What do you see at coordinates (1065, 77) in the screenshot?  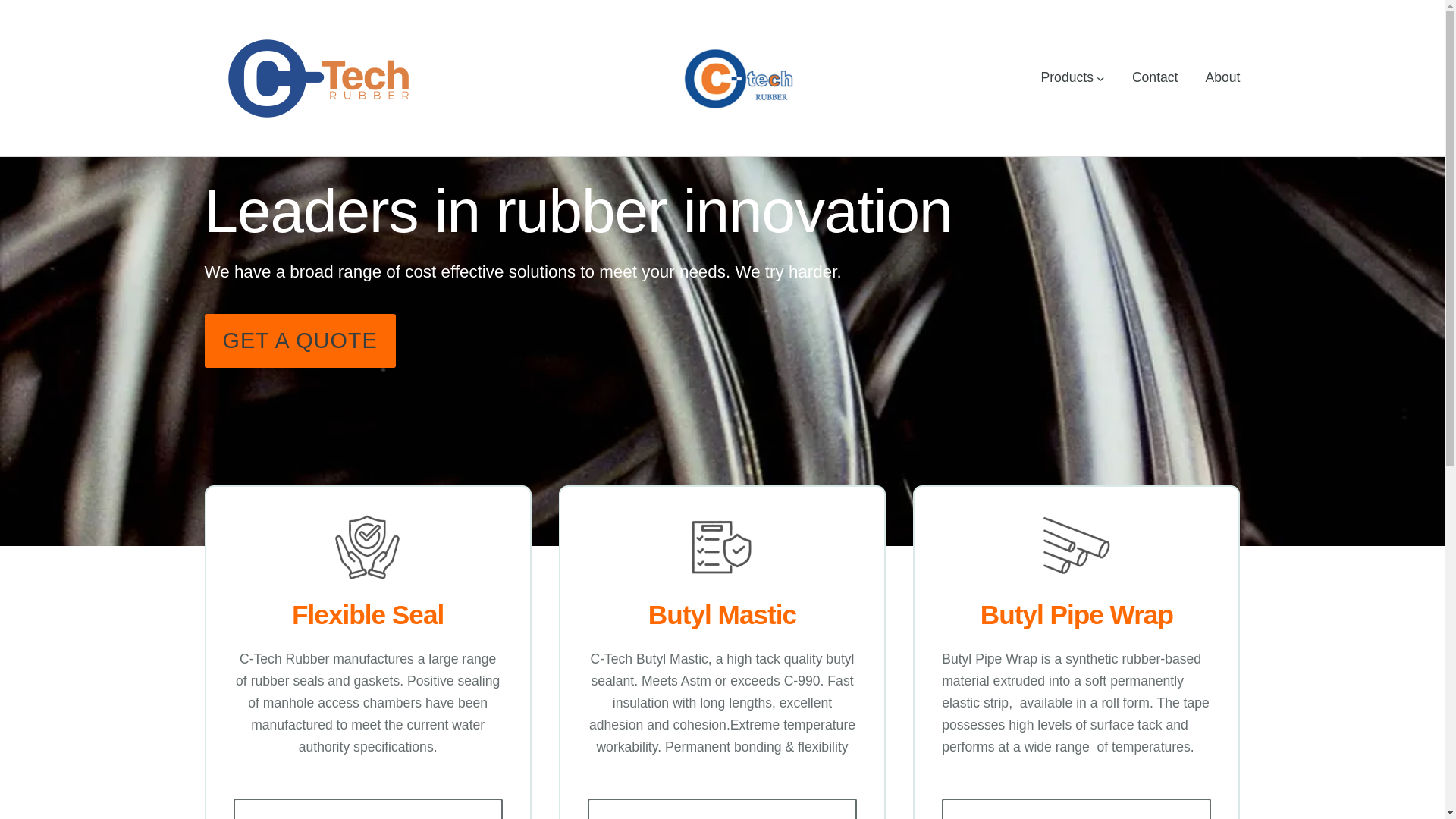 I see `'Products'` at bounding box center [1065, 77].